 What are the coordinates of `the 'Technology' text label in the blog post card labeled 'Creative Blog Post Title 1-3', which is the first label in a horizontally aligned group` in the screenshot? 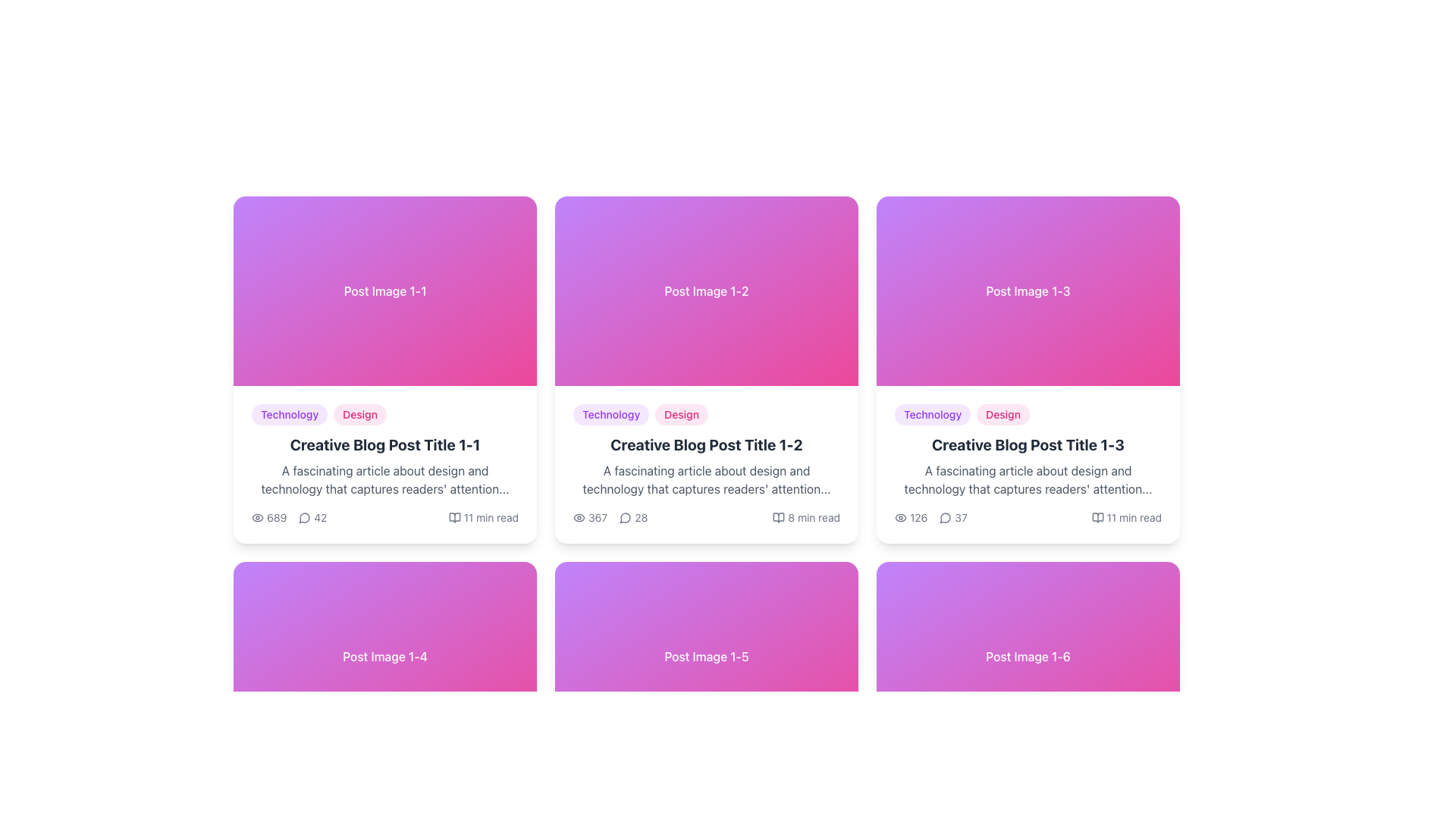 It's located at (932, 415).